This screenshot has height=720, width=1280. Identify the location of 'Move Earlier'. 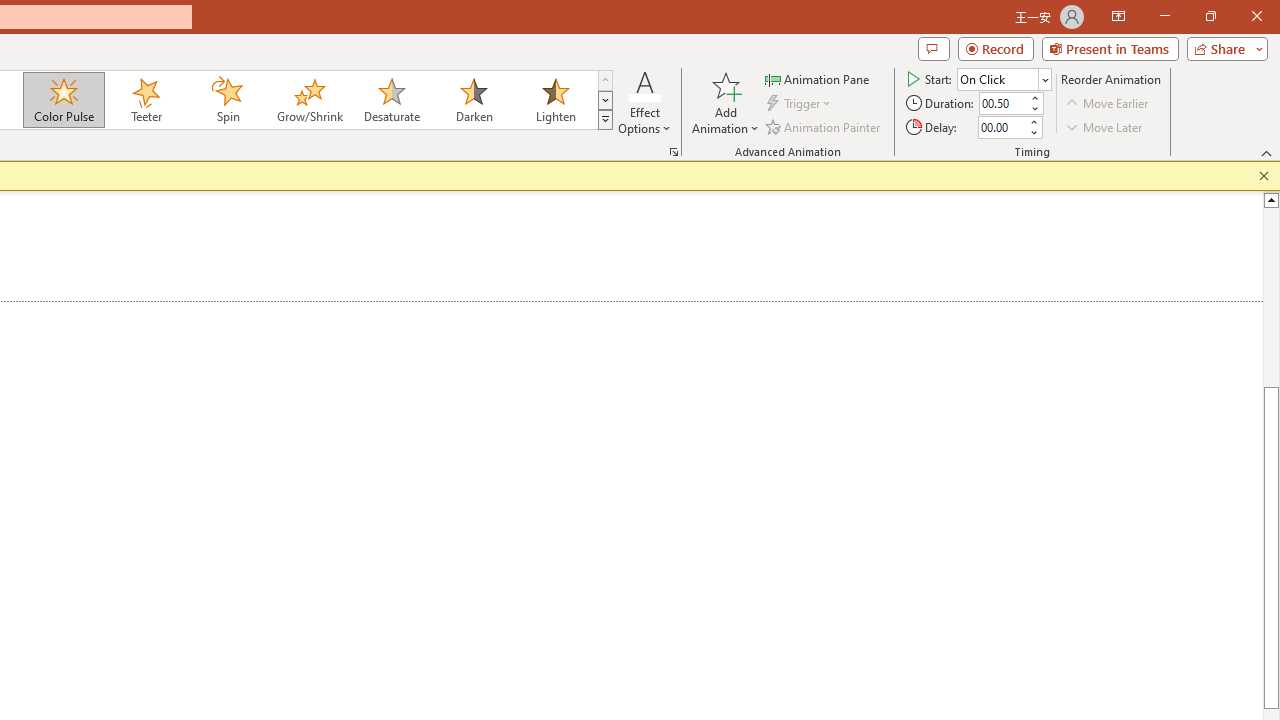
(1106, 103).